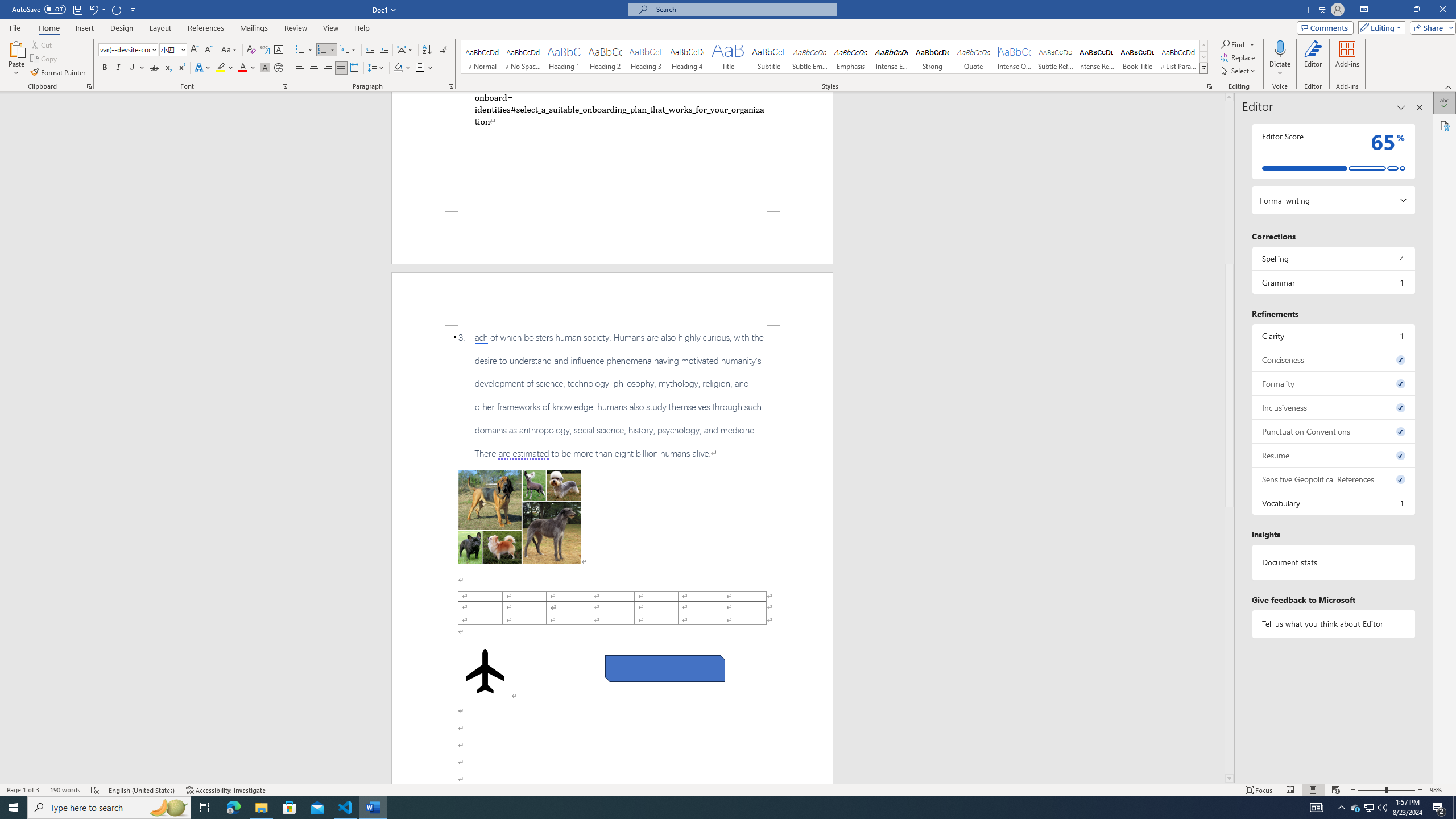 This screenshot has width=1456, height=819. What do you see at coordinates (172, 49) in the screenshot?
I see `'Font Size'` at bounding box center [172, 49].